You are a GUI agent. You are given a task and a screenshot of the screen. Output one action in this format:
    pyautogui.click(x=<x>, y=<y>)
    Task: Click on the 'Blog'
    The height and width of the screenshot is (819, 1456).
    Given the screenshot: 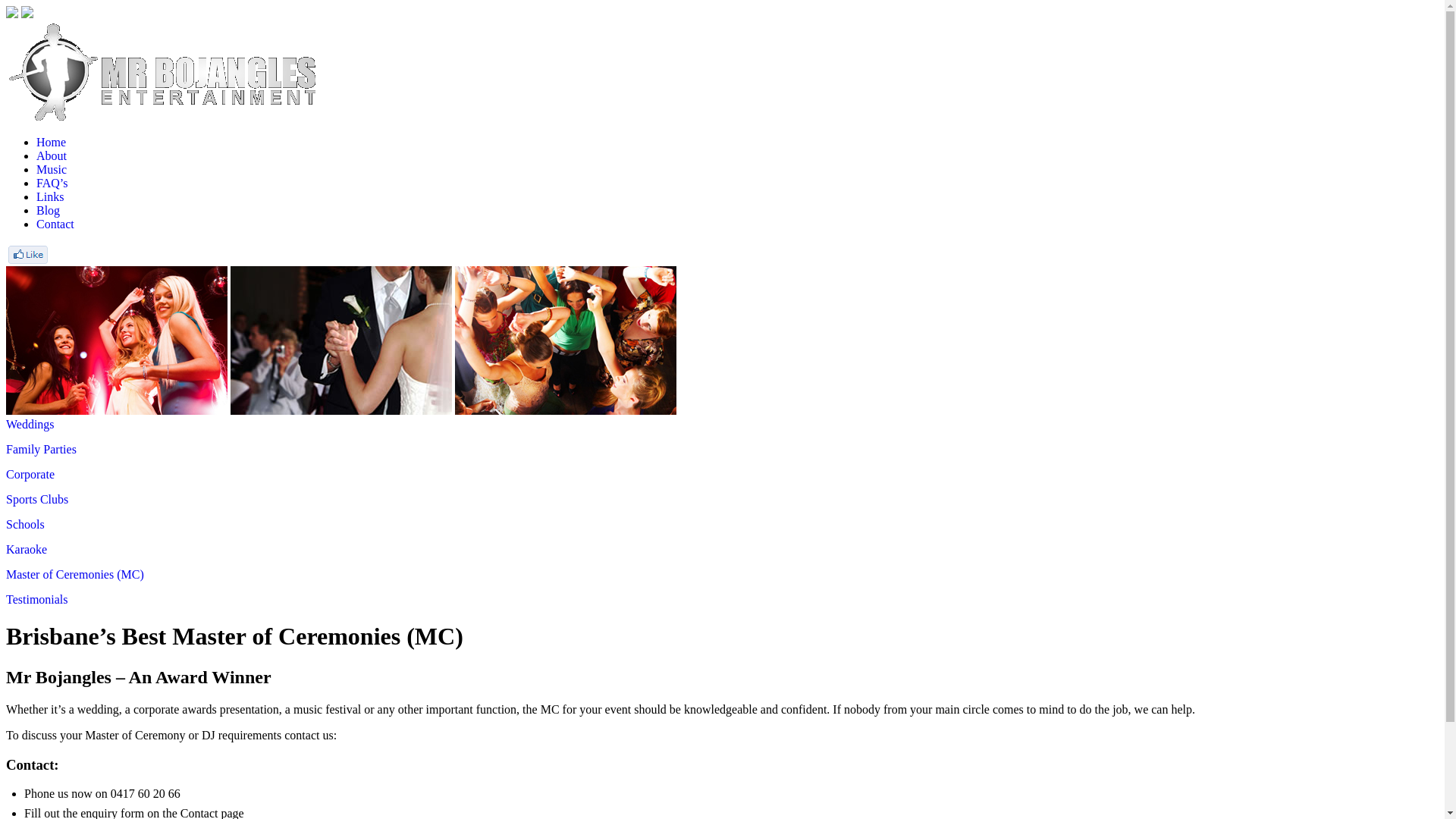 What is the action you would take?
    pyautogui.click(x=48, y=210)
    